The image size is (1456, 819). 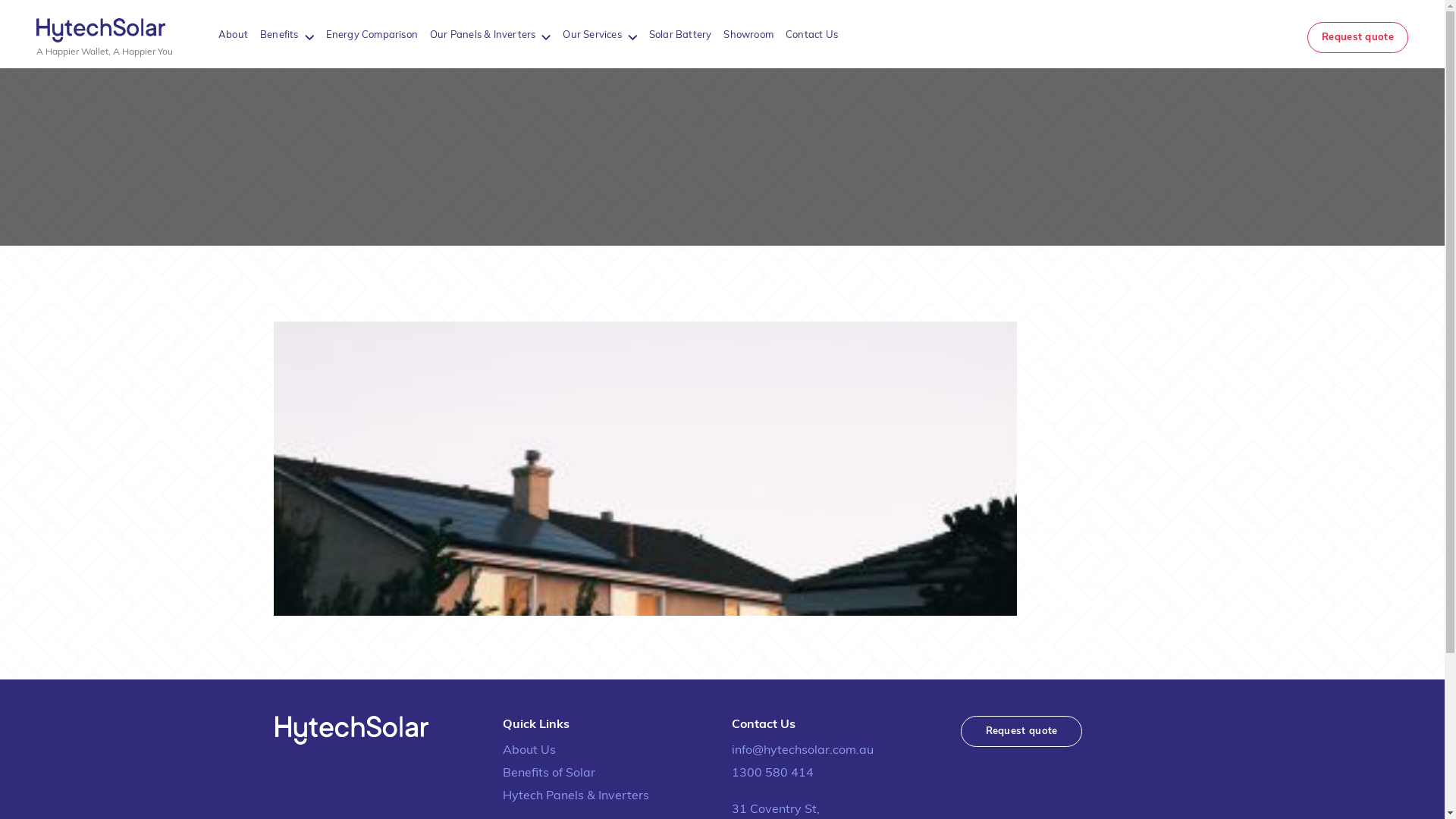 I want to click on 'A Happier Wallet, A Happier You', so click(x=104, y=36).